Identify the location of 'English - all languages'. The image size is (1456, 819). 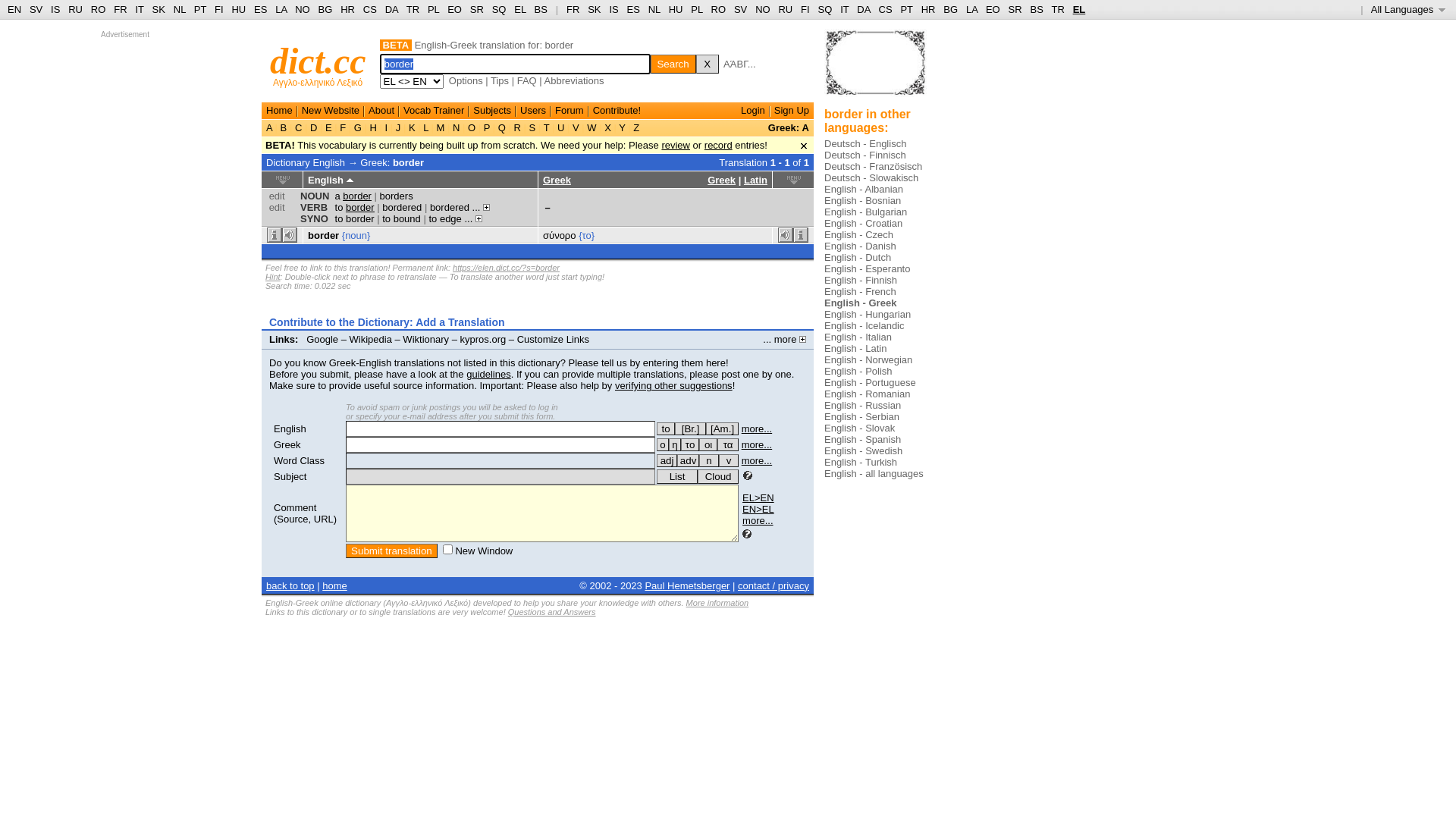
(874, 472).